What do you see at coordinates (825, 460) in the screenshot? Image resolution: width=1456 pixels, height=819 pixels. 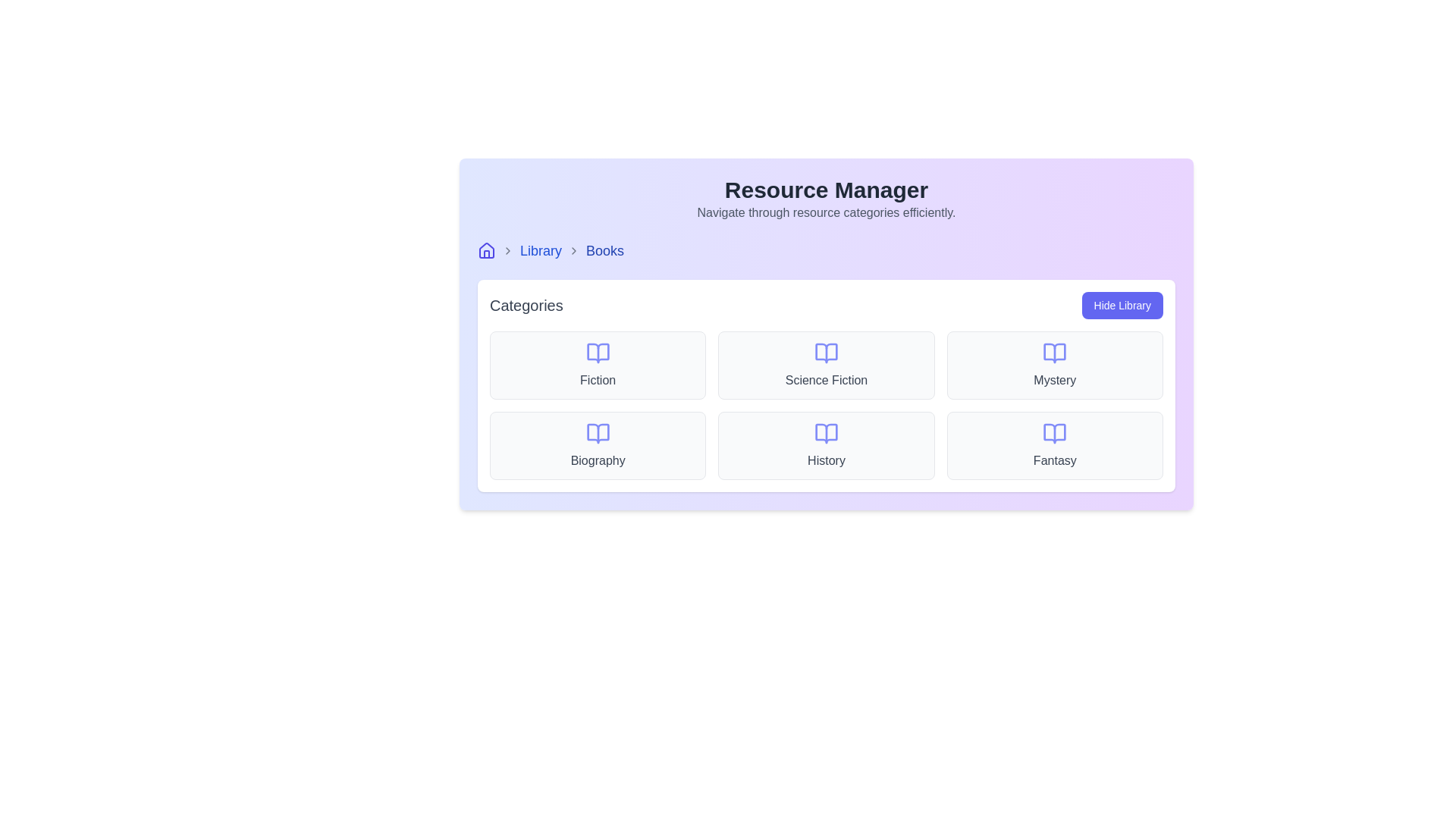 I see `Text Label that represents the category labeled 'History' located in the last row, second column of the 'Categories' section` at bounding box center [825, 460].